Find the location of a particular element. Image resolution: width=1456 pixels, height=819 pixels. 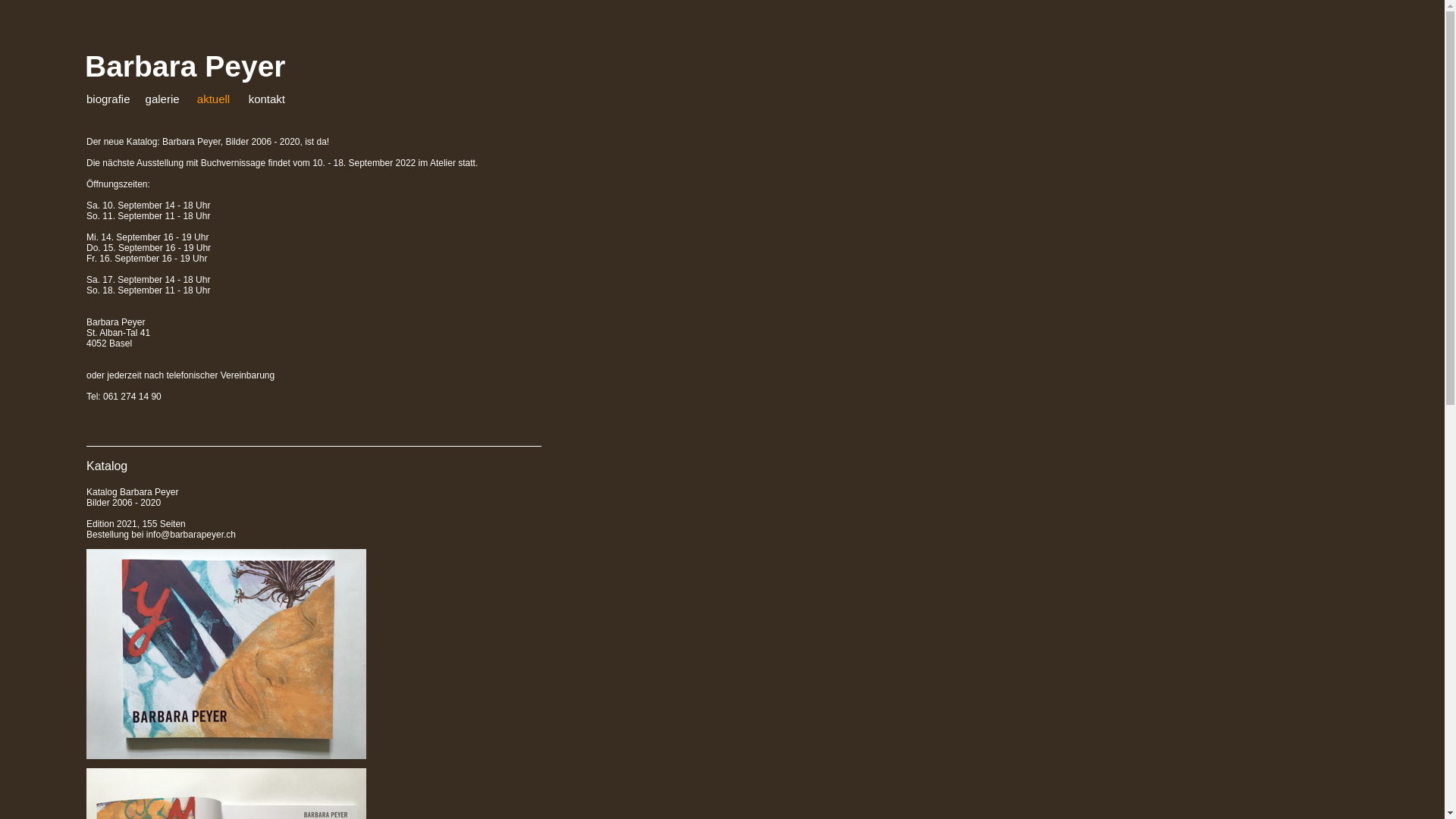

'Barbara Peyer' is located at coordinates (83, 65).